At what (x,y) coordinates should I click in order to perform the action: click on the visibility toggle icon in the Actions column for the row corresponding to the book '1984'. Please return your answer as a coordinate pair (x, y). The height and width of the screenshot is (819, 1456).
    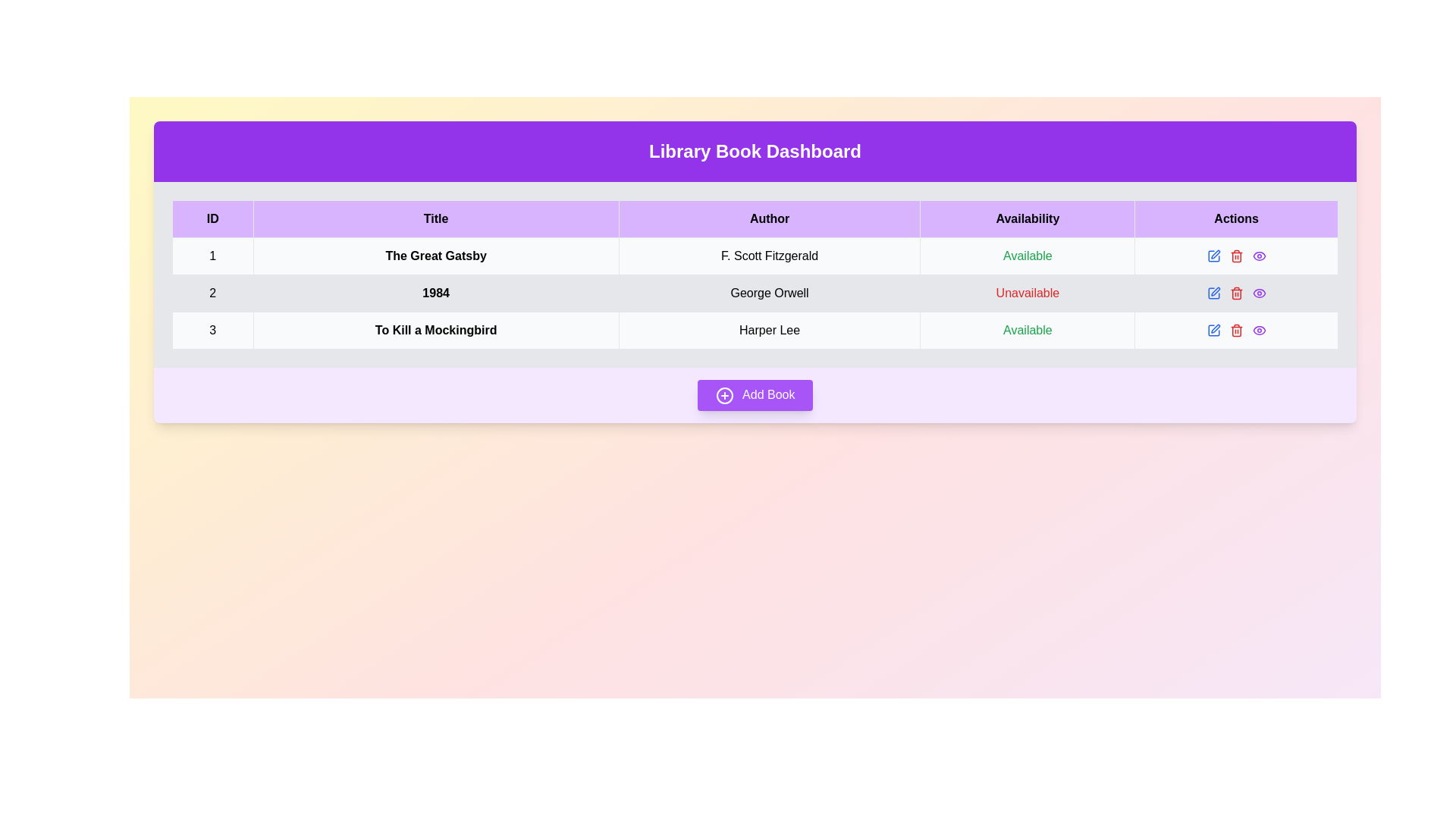
    Looking at the image, I should click on (1259, 293).